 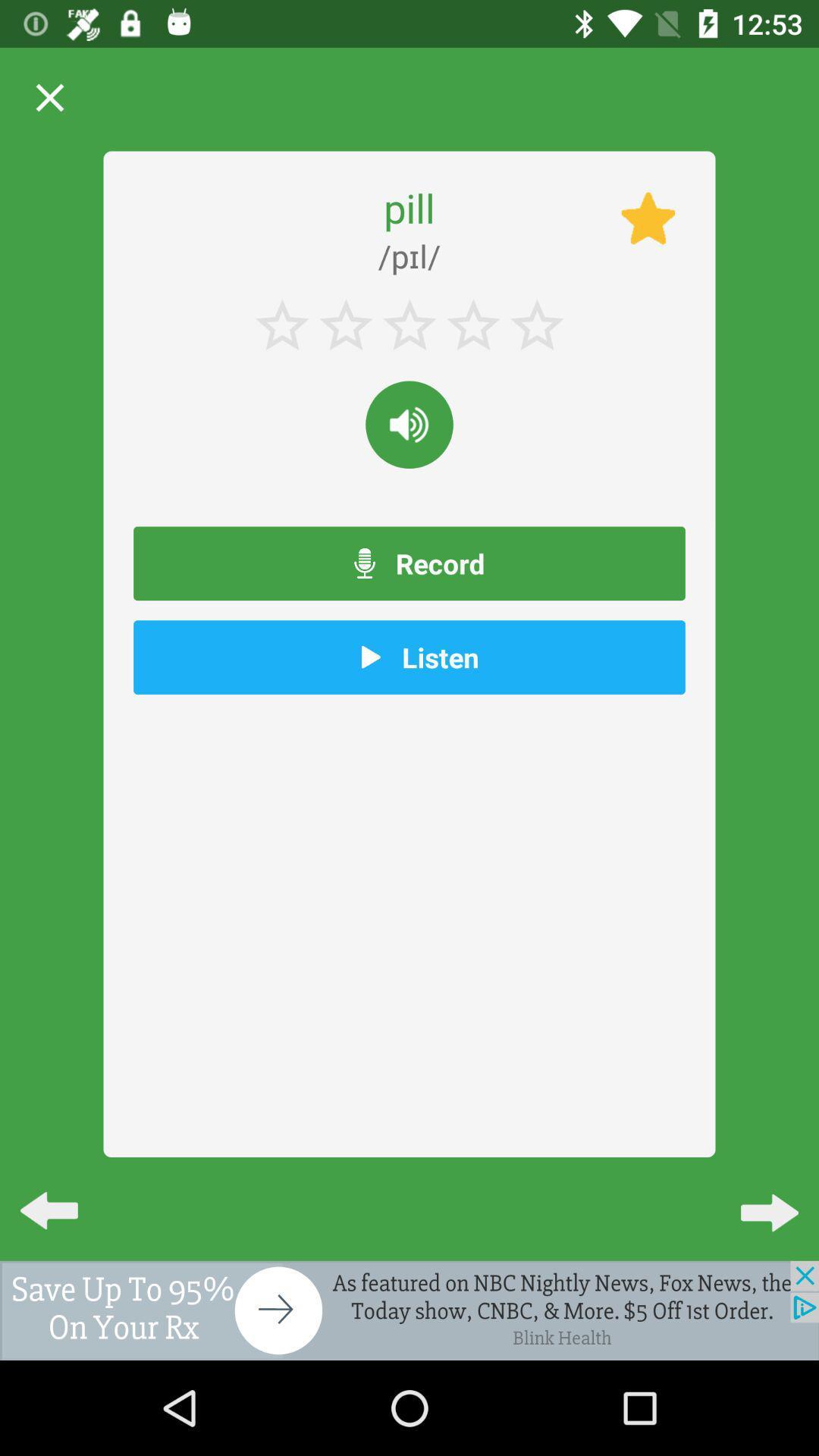 What do you see at coordinates (409, 1310) in the screenshot?
I see `back` at bounding box center [409, 1310].